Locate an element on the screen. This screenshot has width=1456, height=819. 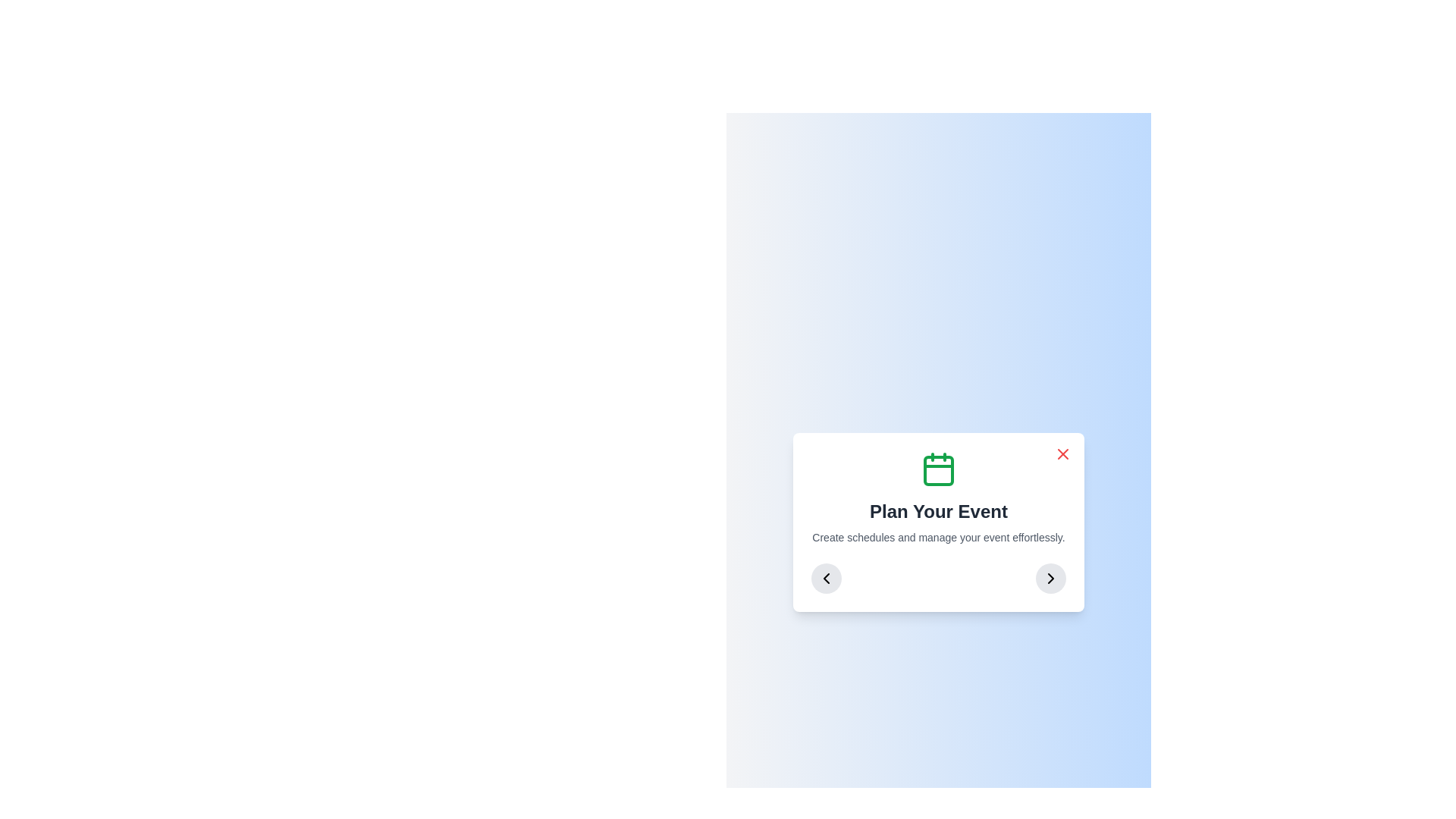
the central marker of the Navigation control in the 'Plan Your Event' dialog box for selection or confirmation is located at coordinates (938, 579).